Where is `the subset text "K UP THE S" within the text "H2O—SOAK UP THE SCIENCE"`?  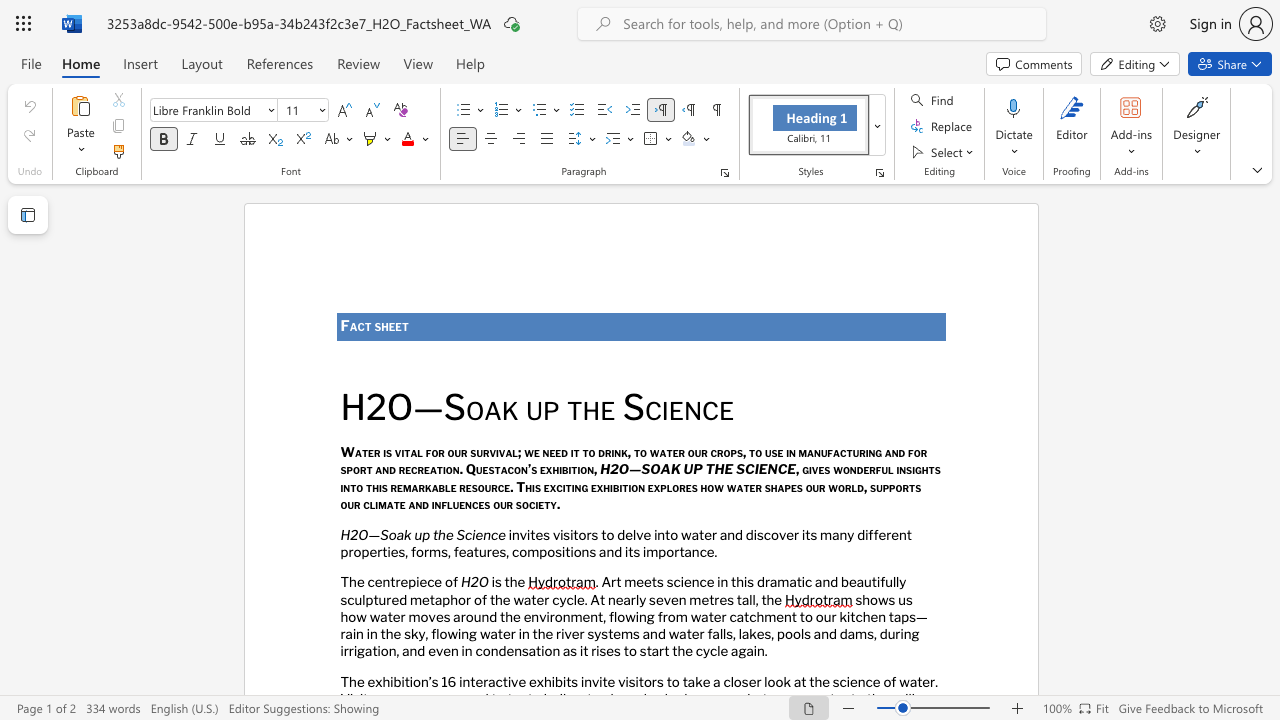
the subset text "K UP THE S" within the text "H2O—SOAK UP THE SCIENCE" is located at coordinates (670, 469).